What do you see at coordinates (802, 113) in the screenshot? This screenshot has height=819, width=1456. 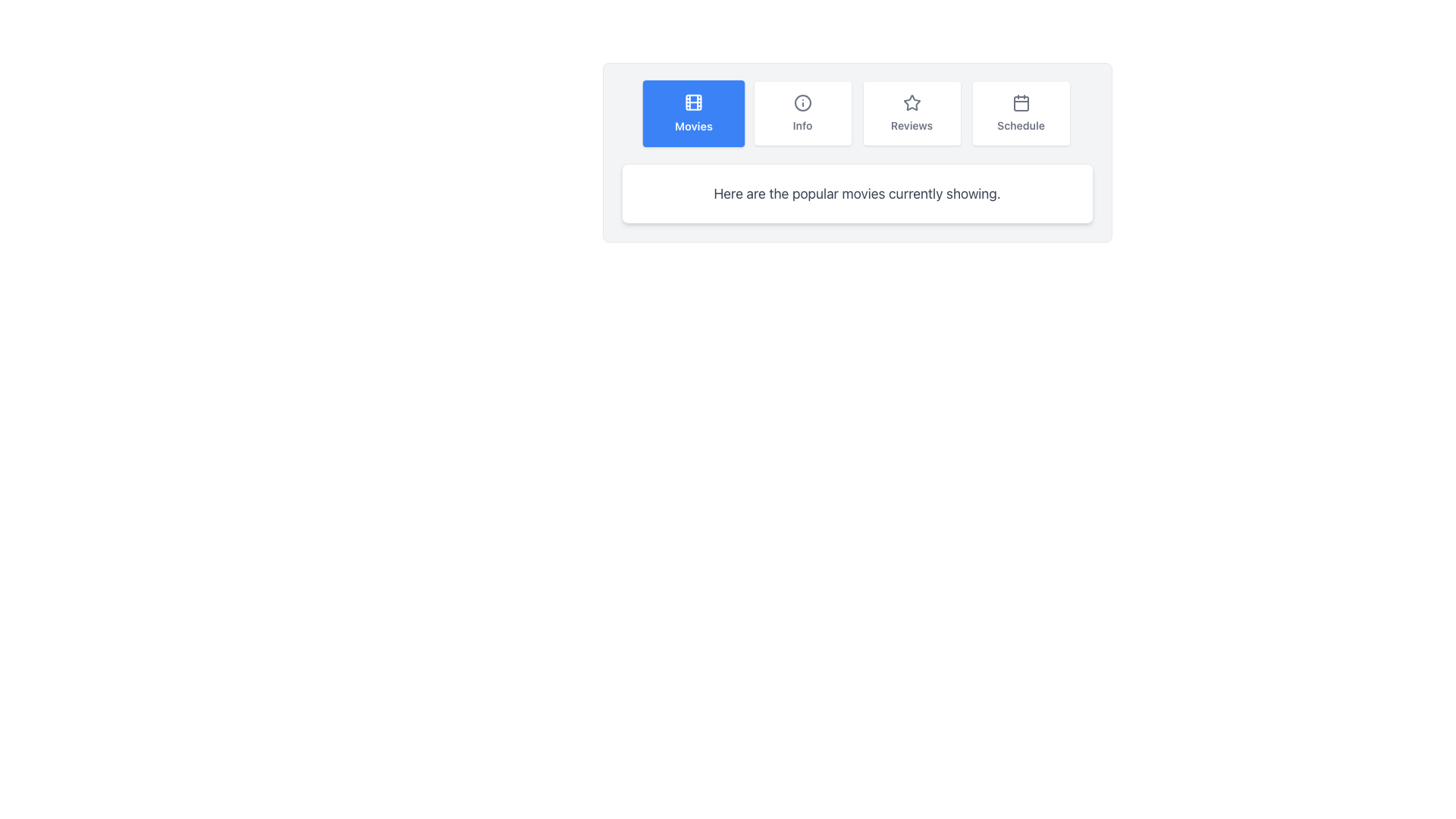 I see `the button that displays additional information regarding the current context, positioned to the right of the 'Movies' button and to the left of the 'Reviews' button` at bounding box center [802, 113].